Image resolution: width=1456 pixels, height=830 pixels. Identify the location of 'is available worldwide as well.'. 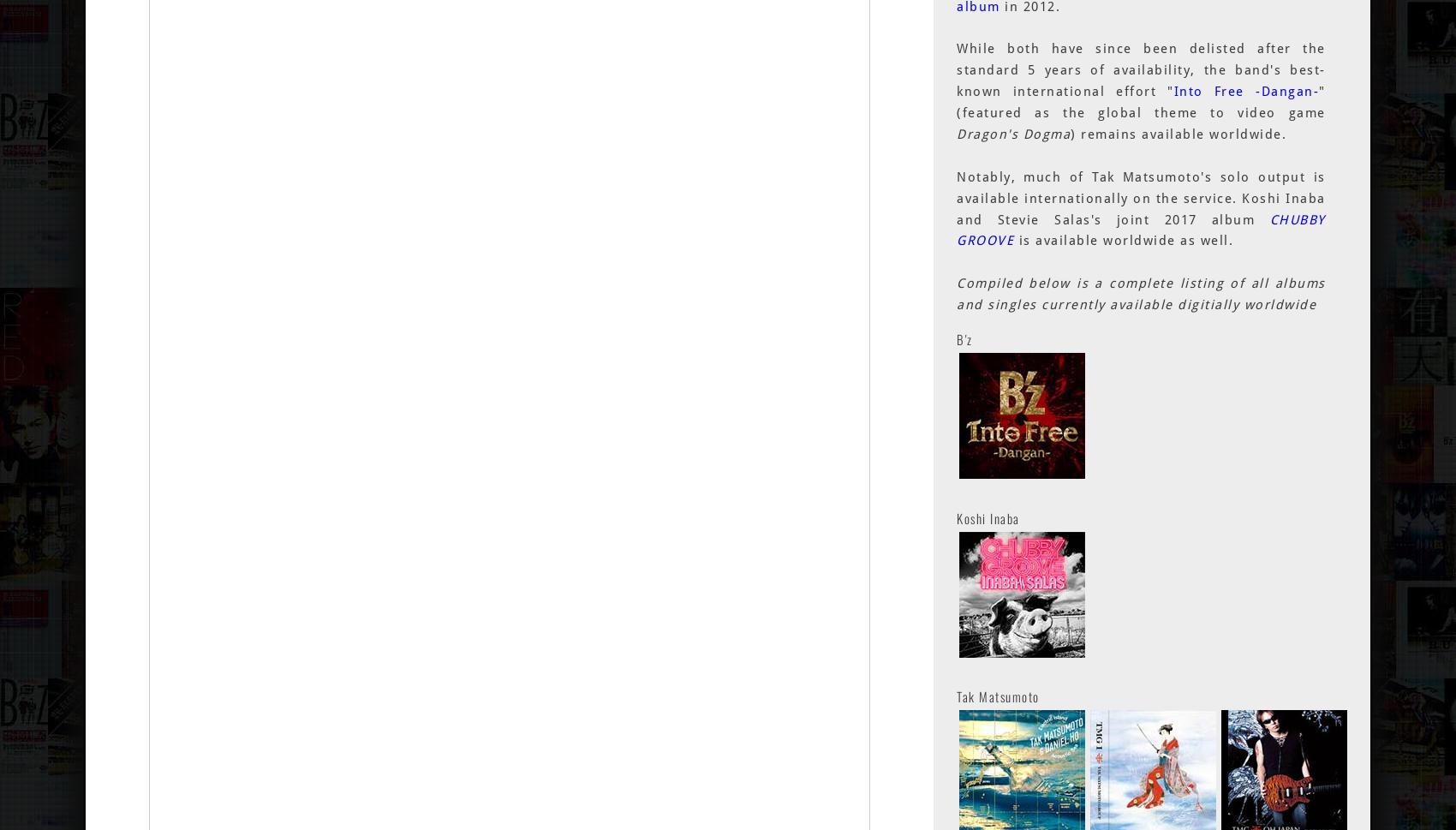
(1013, 241).